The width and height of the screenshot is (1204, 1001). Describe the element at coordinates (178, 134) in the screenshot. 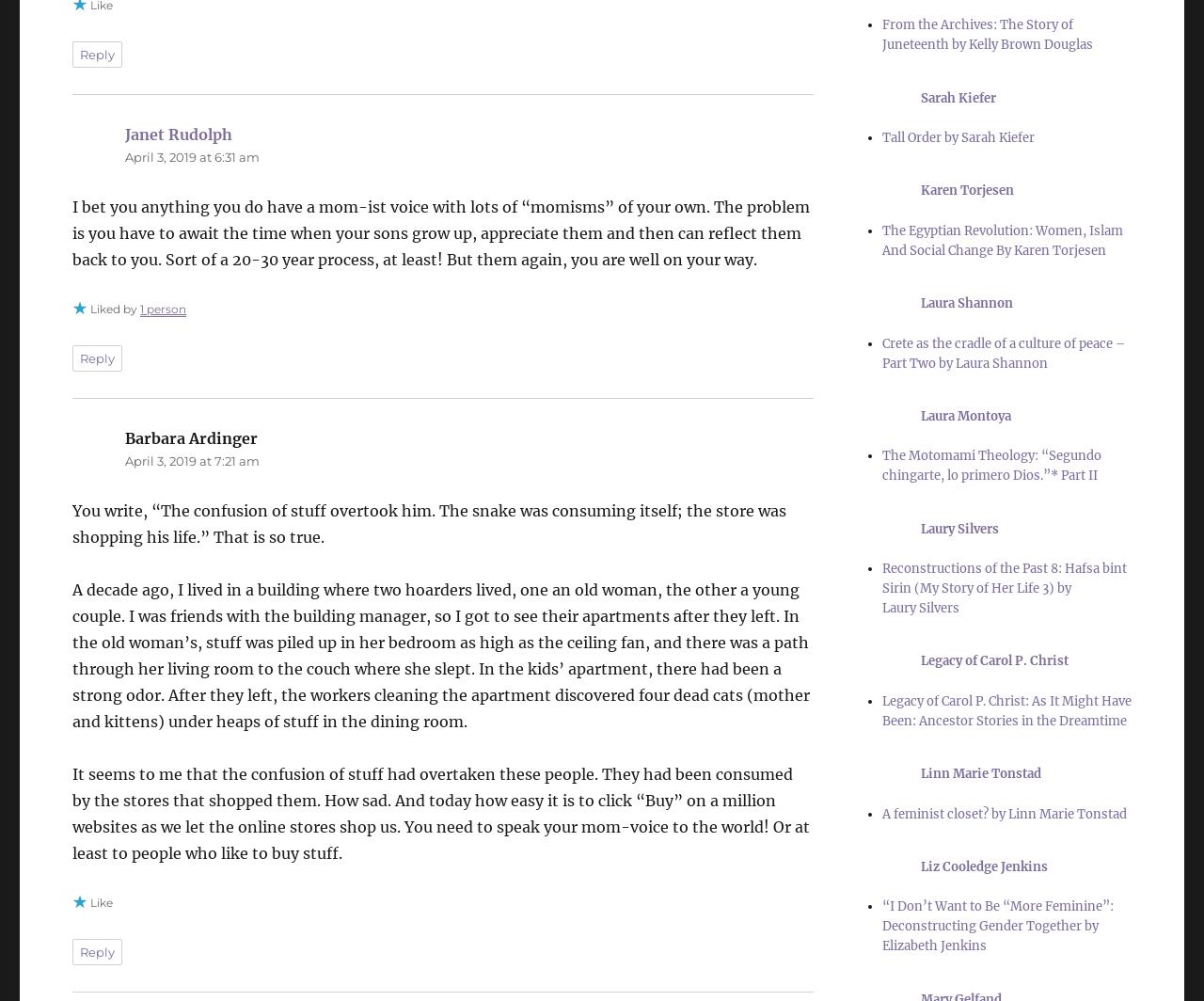

I see `'Janet Rudolph'` at that location.